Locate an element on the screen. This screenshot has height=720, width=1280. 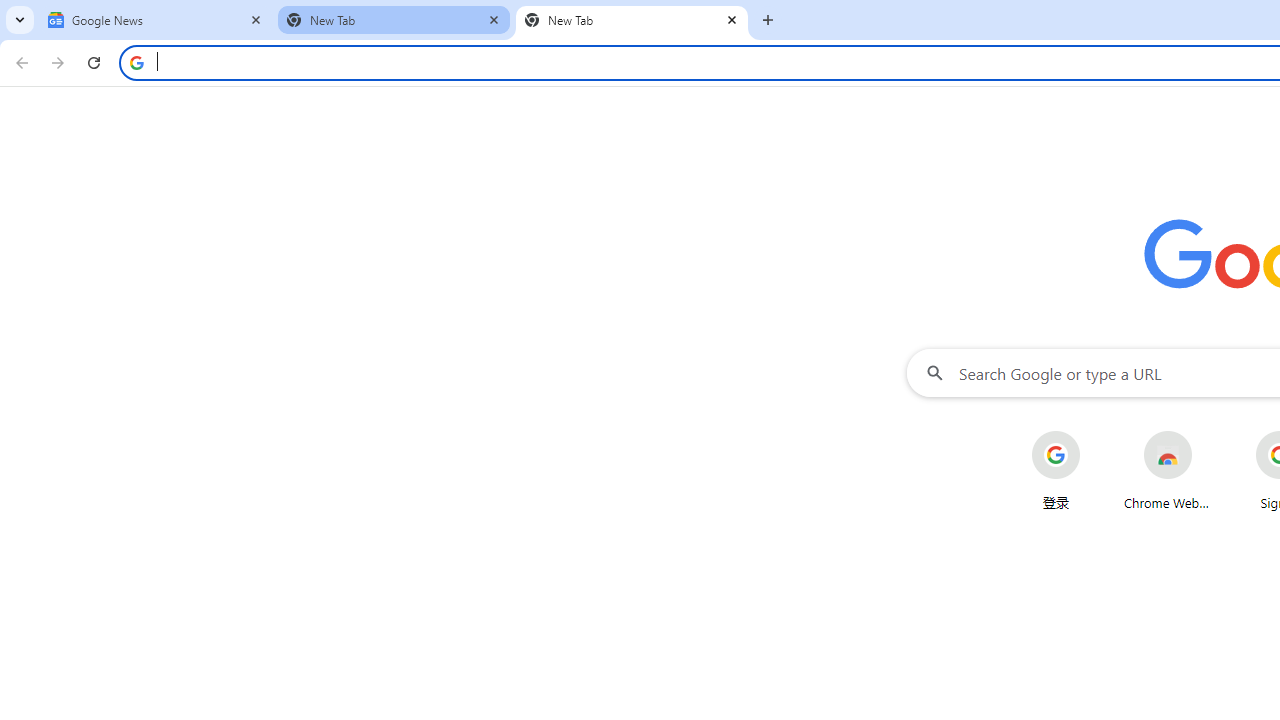
'Google News' is located at coordinates (155, 20).